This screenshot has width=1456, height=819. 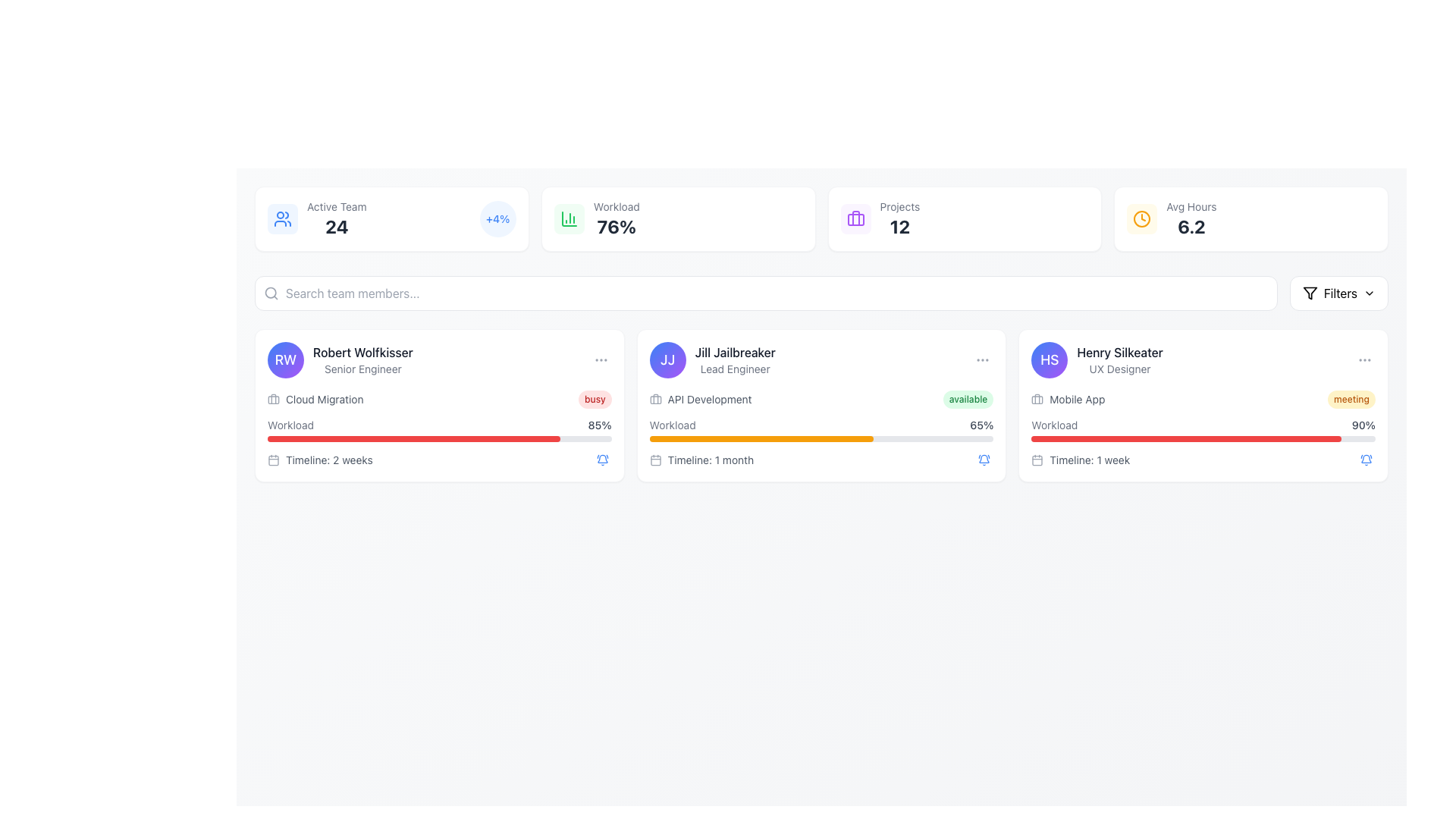 I want to click on the bell icon located at the bottom-right corner of the card labeled 'Henry Silkeater', so click(x=984, y=459).